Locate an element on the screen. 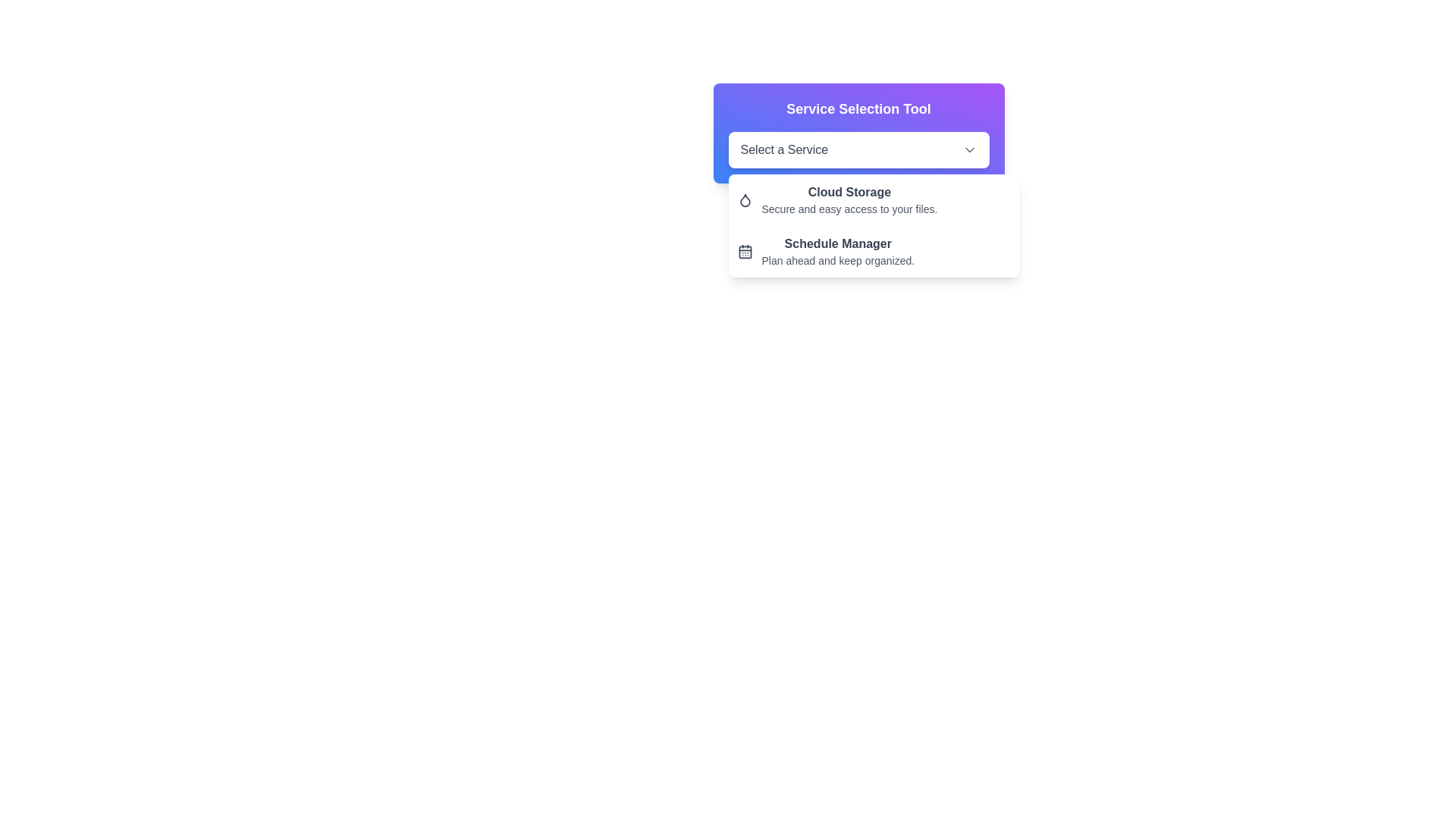 This screenshot has height=819, width=1456. the 'Schedule Manager' option in the dropdown menu under 'Service Selection Tool' is located at coordinates (874, 250).